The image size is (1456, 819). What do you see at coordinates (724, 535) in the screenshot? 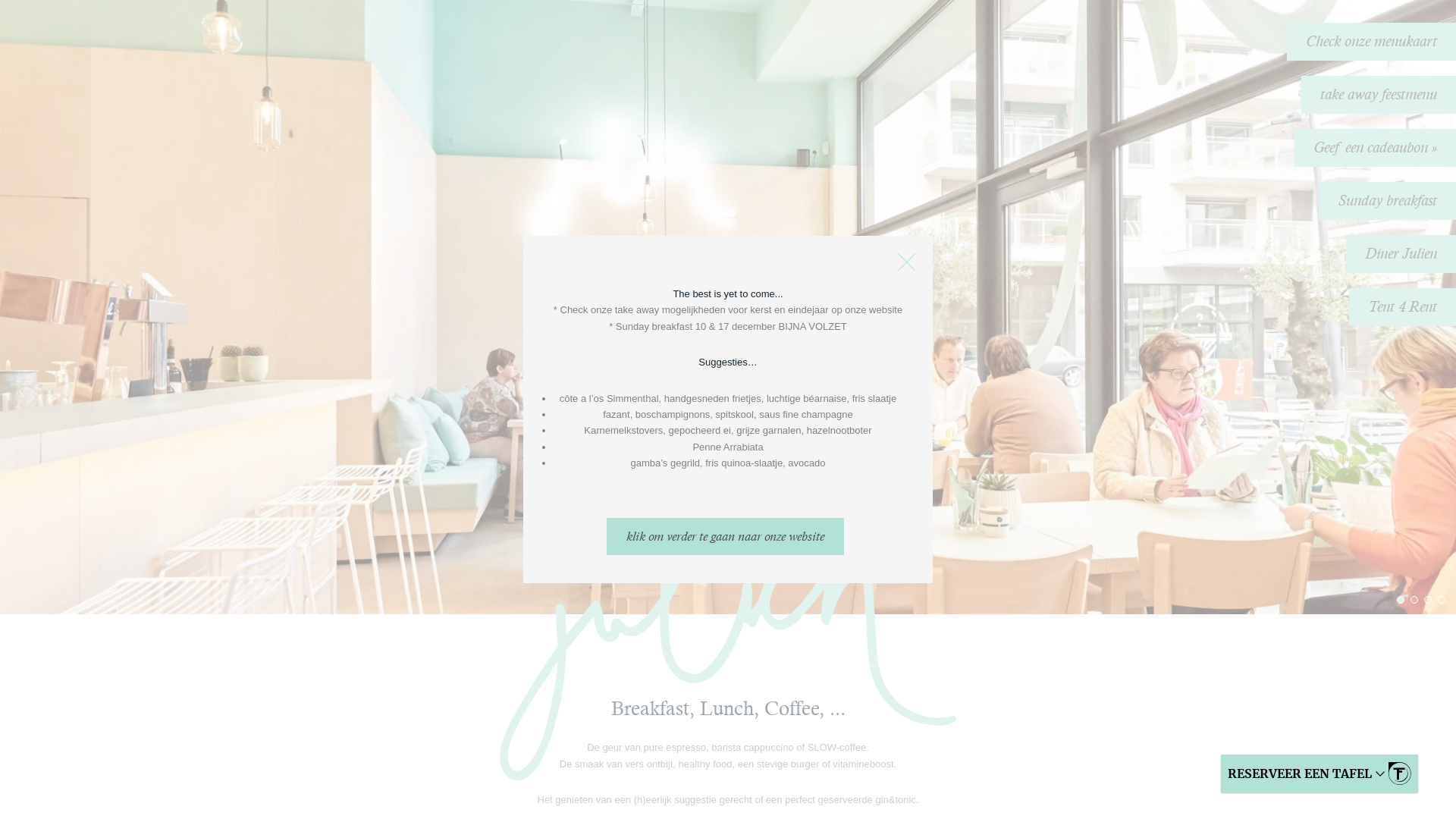
I see `'klik om verder te gaan naar onze website'` at bounding box center [724, 535].